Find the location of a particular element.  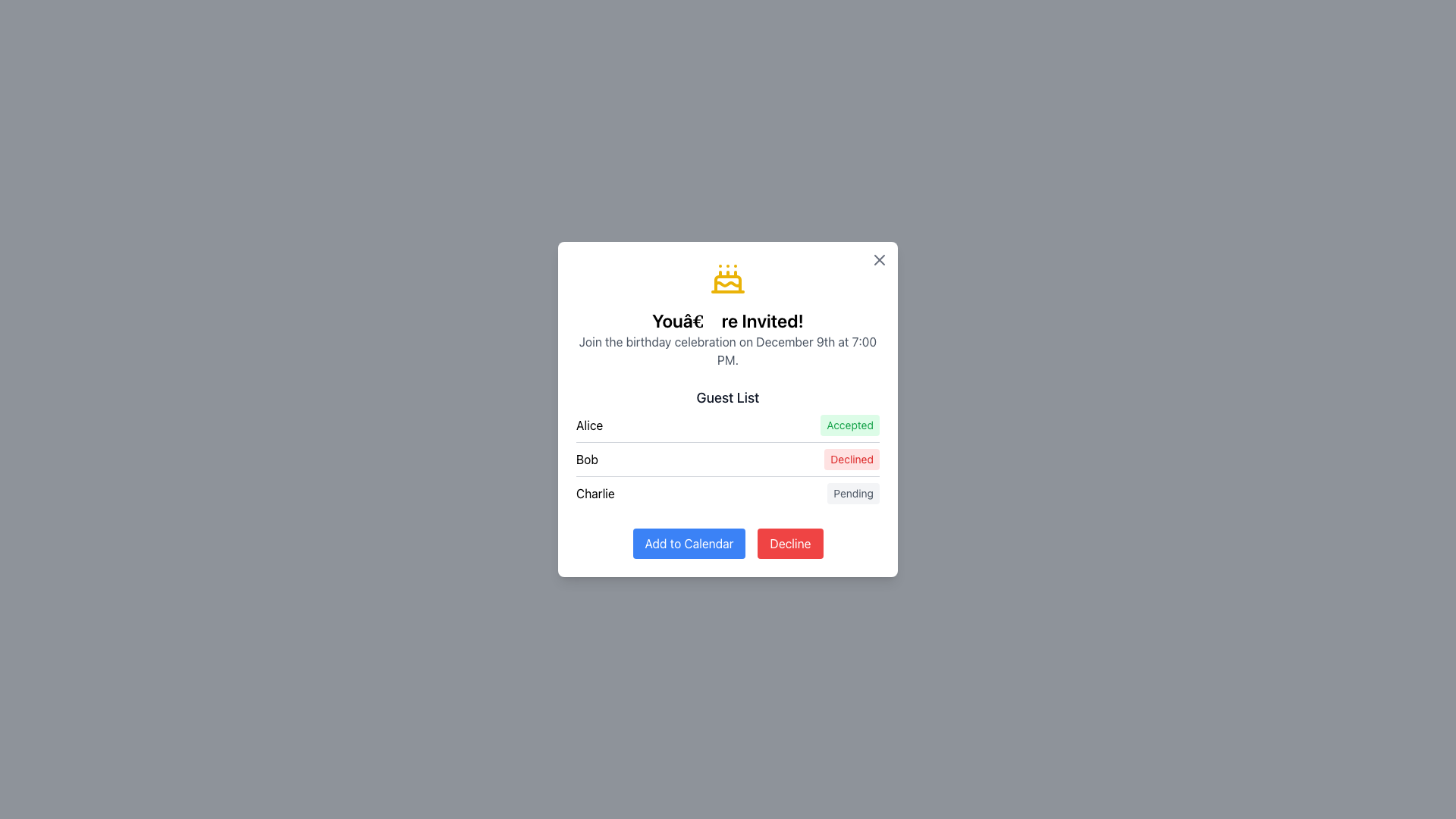

the text element displaying 'You’re Invited!', which is centrally positioned within a dialog box below a cake icon is located at coordinates (728, 320).